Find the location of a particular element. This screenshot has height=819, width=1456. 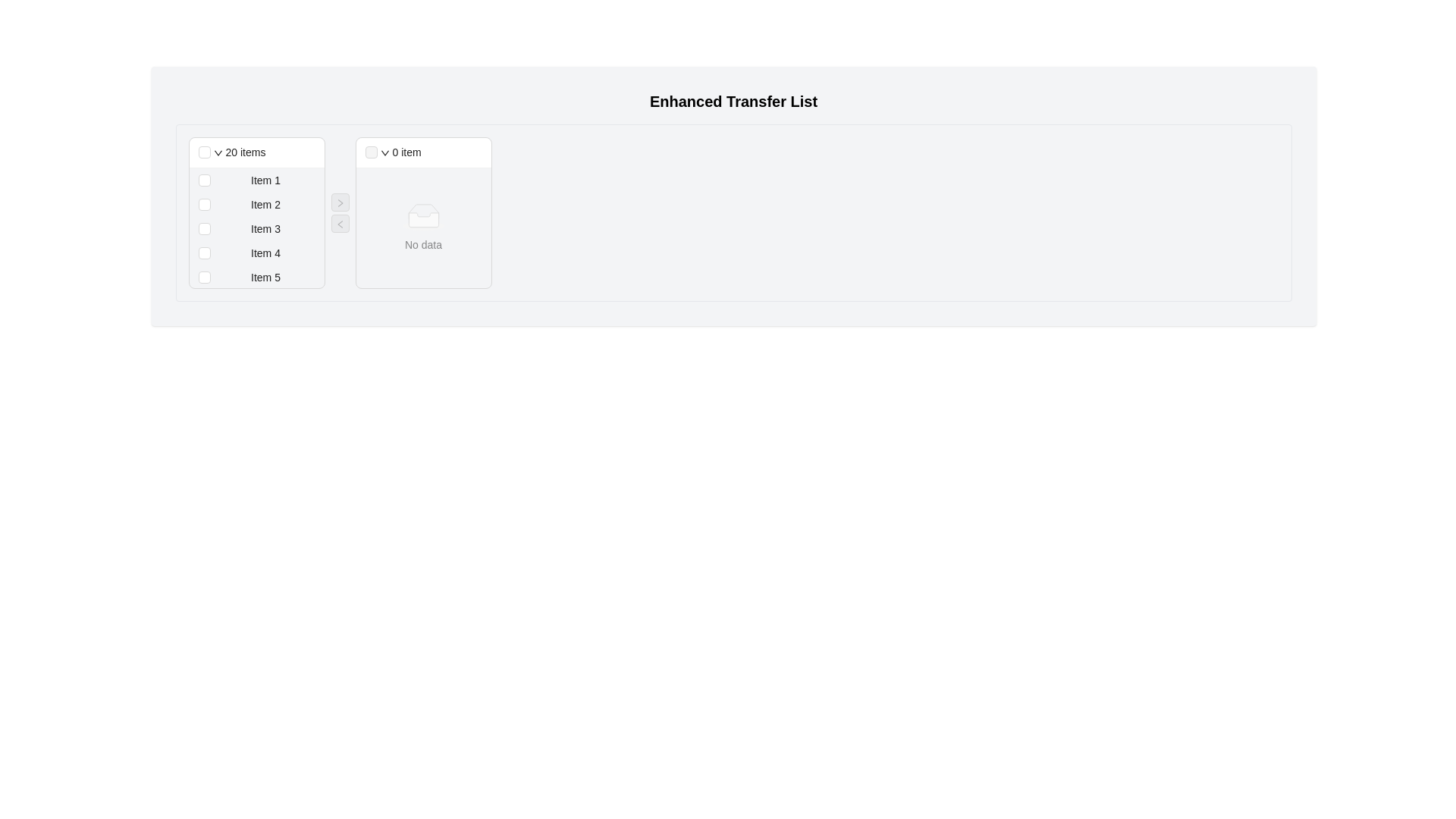

the button designed to transfer selected items from the right panel to the left panel is located at coordinates (339, 223).